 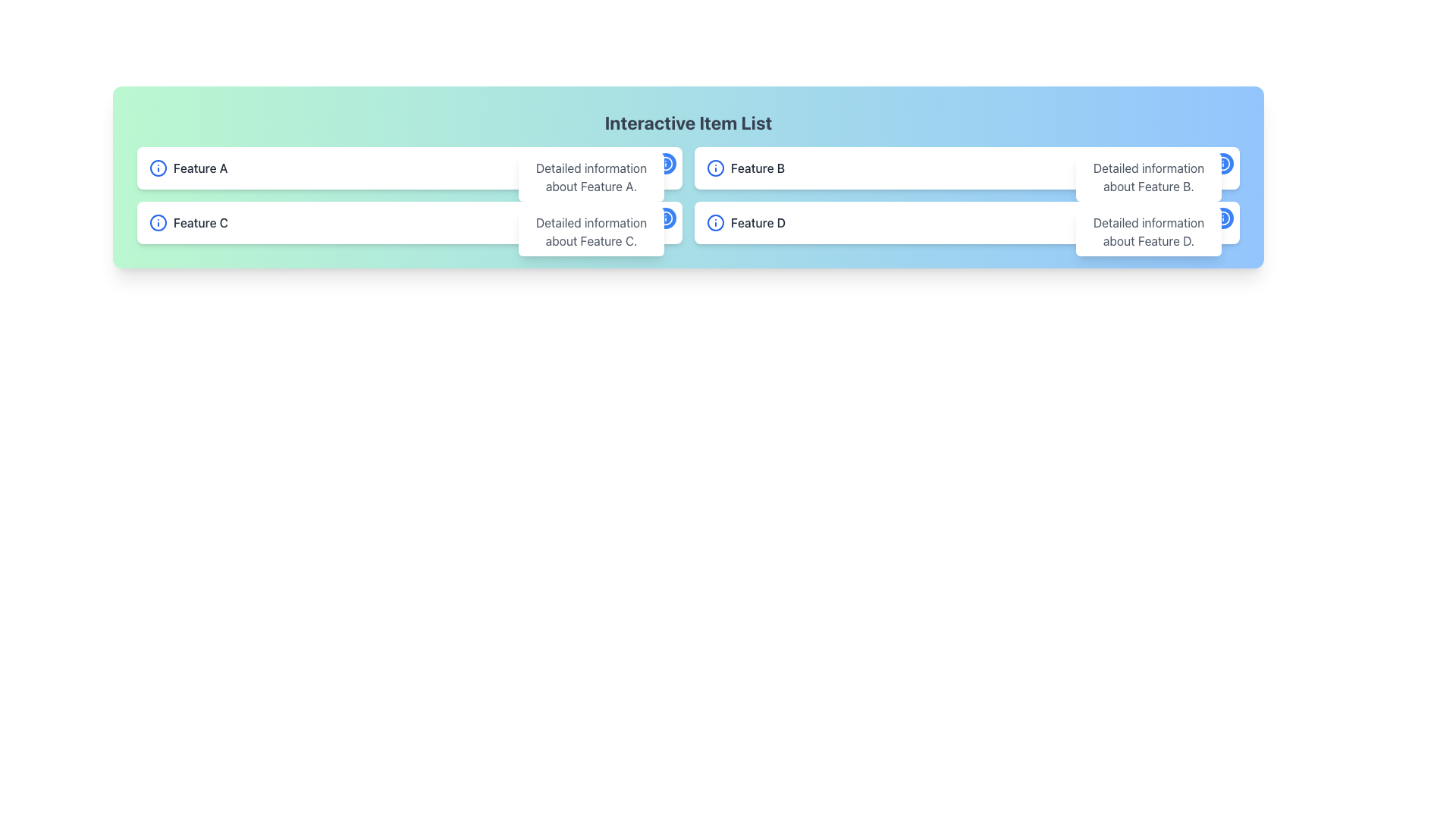 I want to click on the blue circular icon containing an 'info' symbol located to the left of the text 'Feature D', so click(x=715, y=222).